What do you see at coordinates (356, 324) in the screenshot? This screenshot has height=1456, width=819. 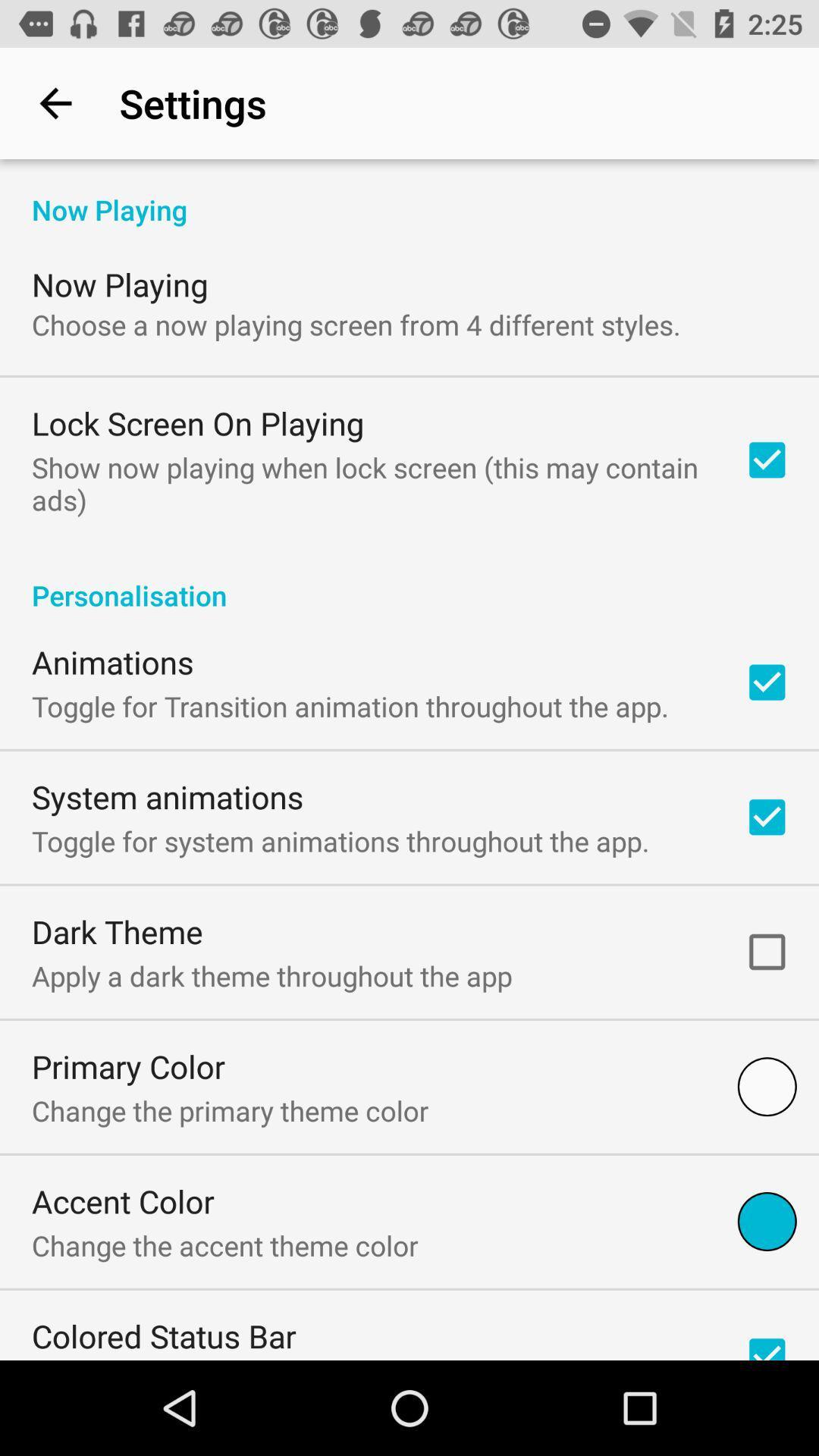 I see `the icon below the now playing` at bounding box center [356, 324].